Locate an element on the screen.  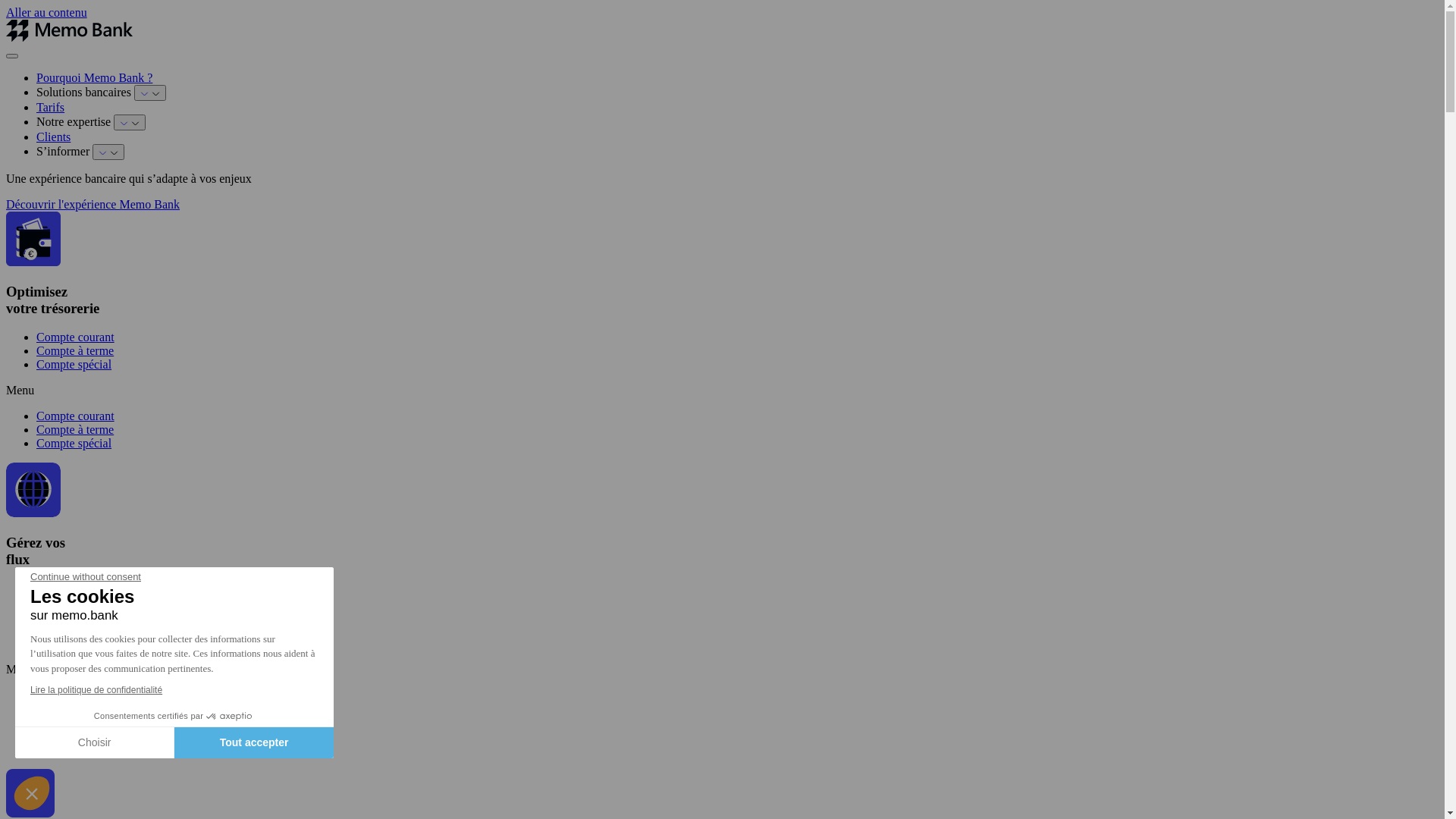
'Clients' is located at coordinates (53, 136).